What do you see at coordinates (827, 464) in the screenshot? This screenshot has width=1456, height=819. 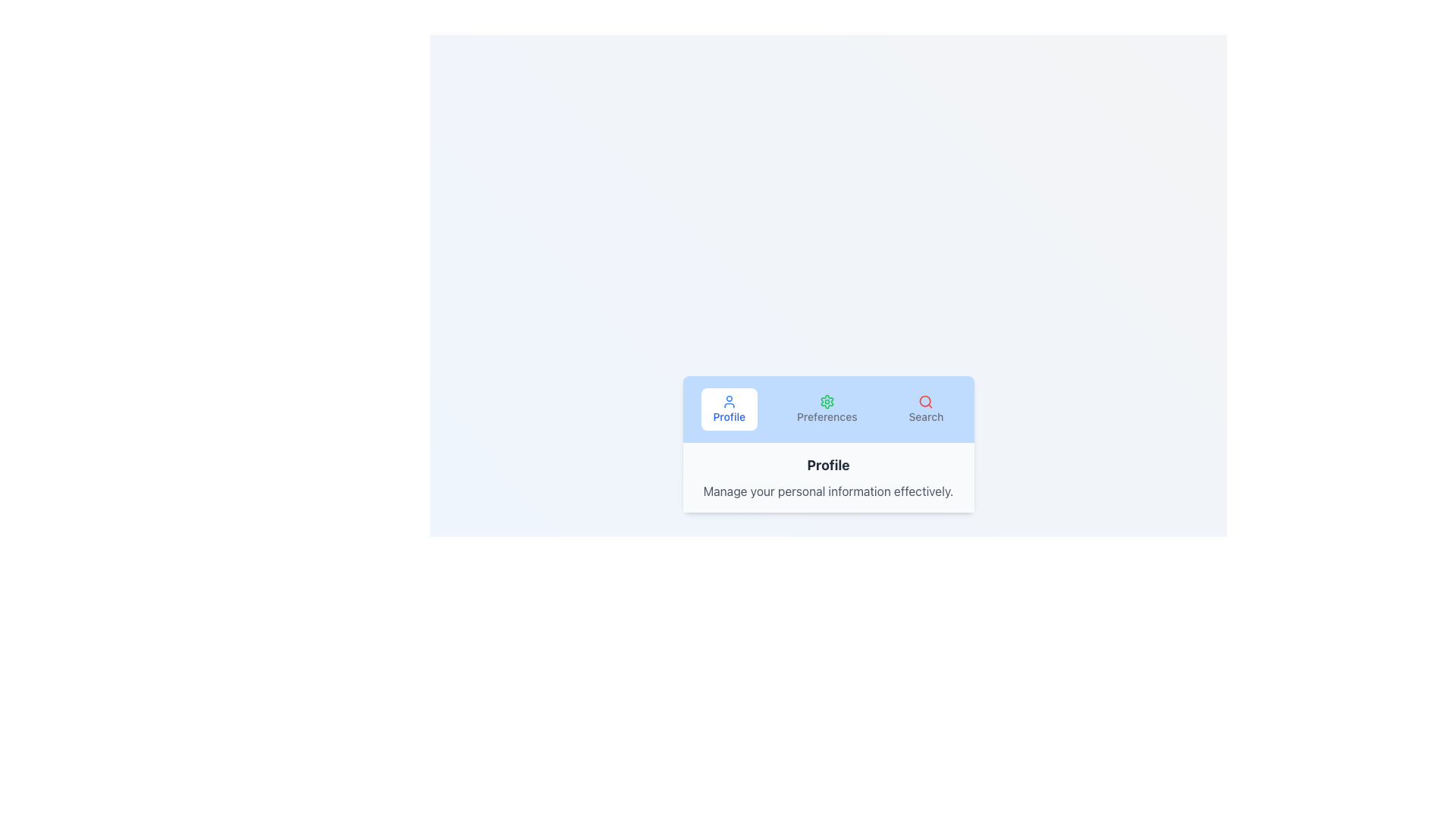 I see `the static text label that indicates the title or subject of the section, which is centrally located within the light gray rectangular card above the description 'Manage your personal information effectively.'` at bounding box center [827, 464].